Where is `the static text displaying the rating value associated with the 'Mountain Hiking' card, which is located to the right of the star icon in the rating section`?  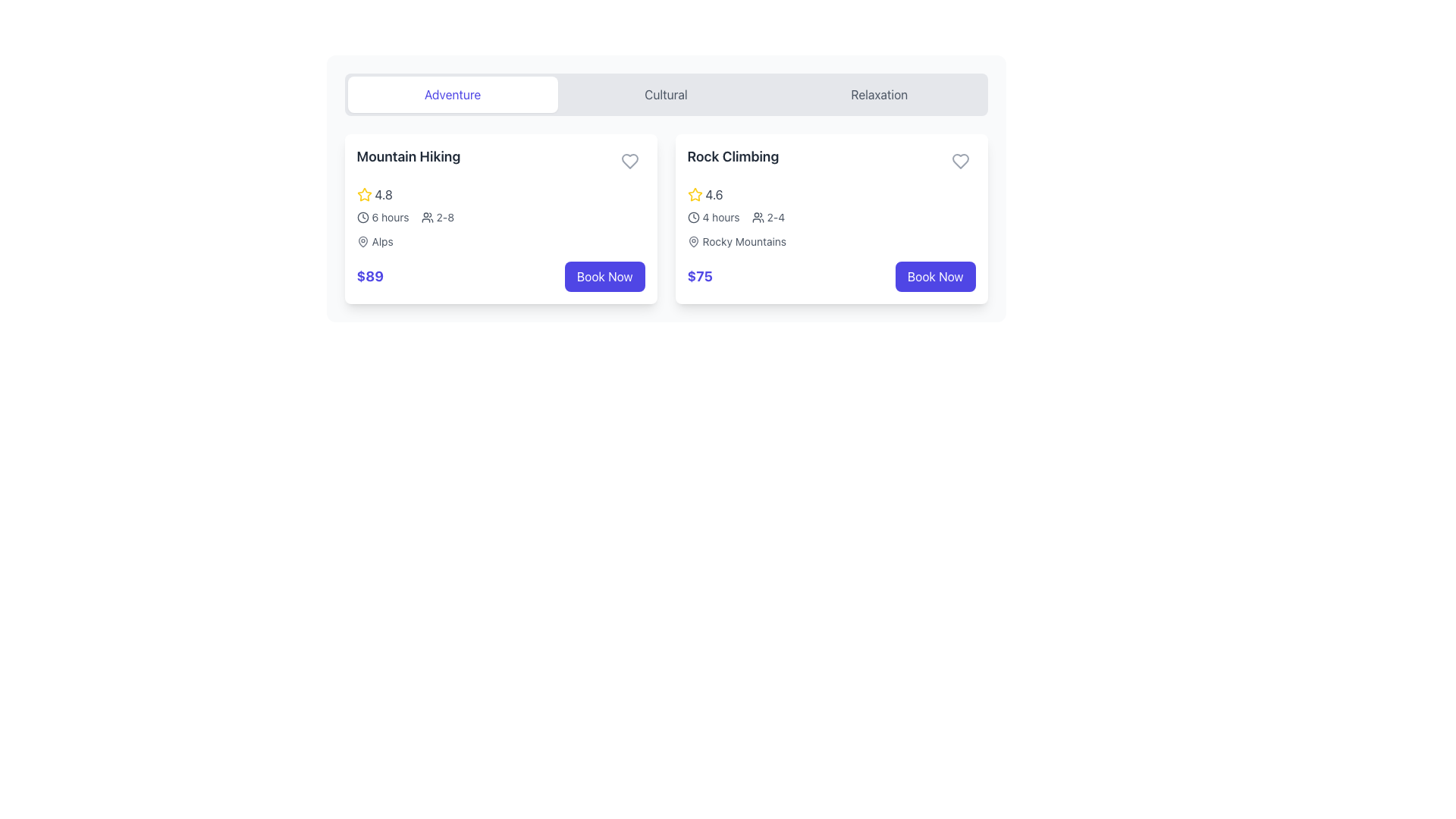 the static text displaying the rating value associated with the 'Mountain Hiking' card, which is located to the right of the star icon in the rating section is located at coordinates (384, 194).